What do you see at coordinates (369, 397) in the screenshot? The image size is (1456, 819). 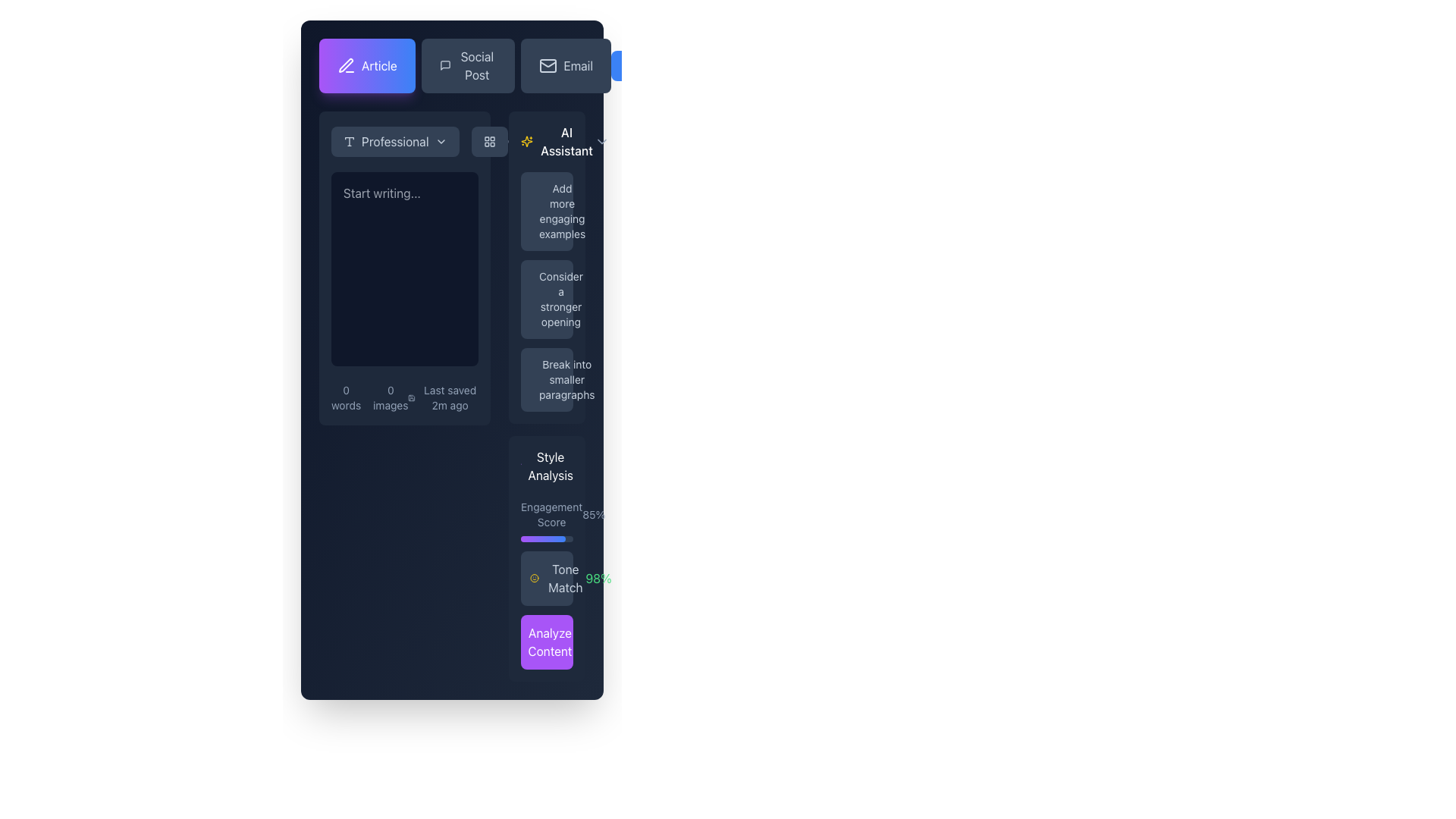 I see `the text-based informational label that displays the document's current state, indicating zero words and zero images` at bounding box center [369, 397].